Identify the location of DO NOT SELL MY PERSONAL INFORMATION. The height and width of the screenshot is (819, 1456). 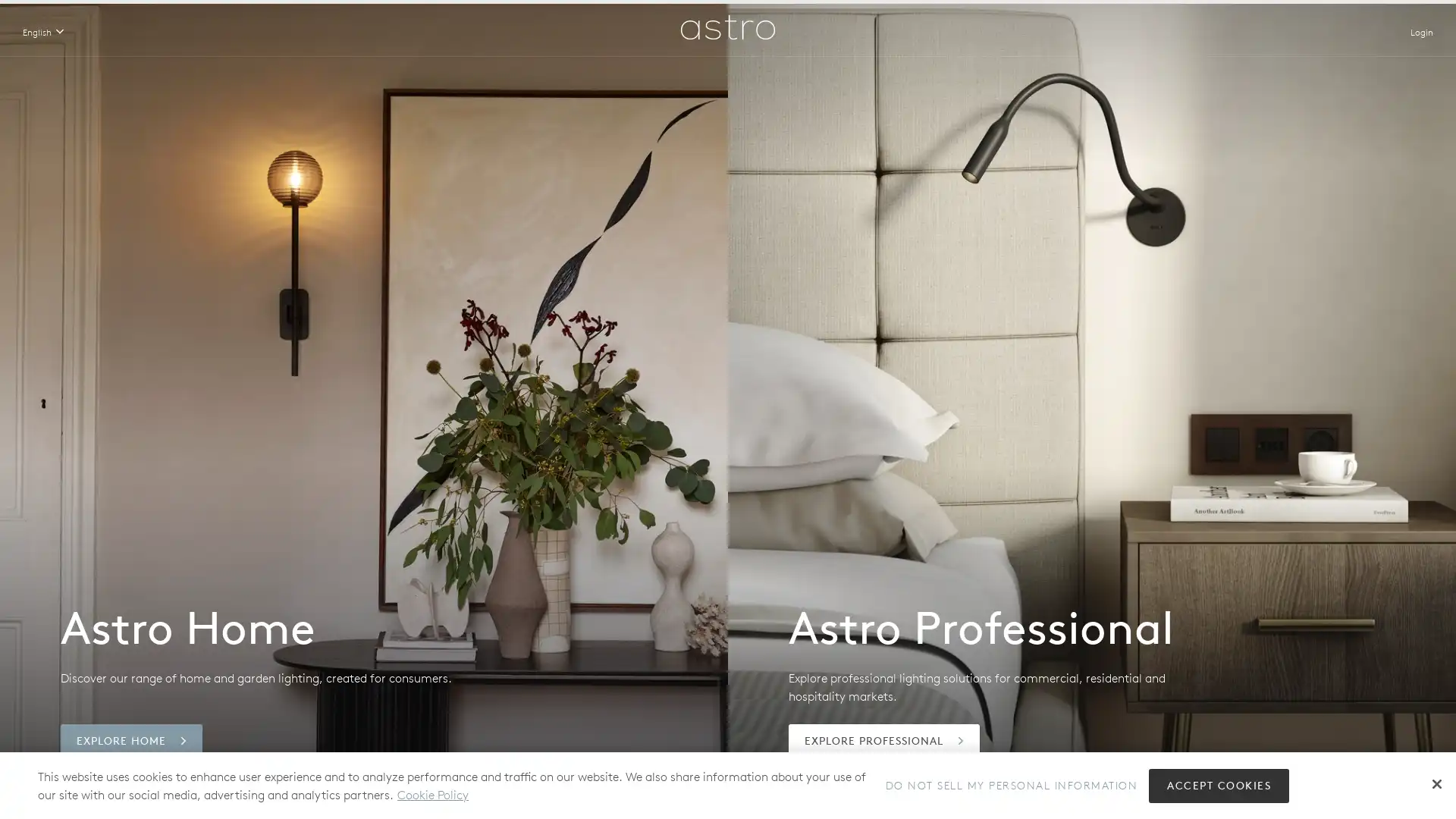
(1011, 785).